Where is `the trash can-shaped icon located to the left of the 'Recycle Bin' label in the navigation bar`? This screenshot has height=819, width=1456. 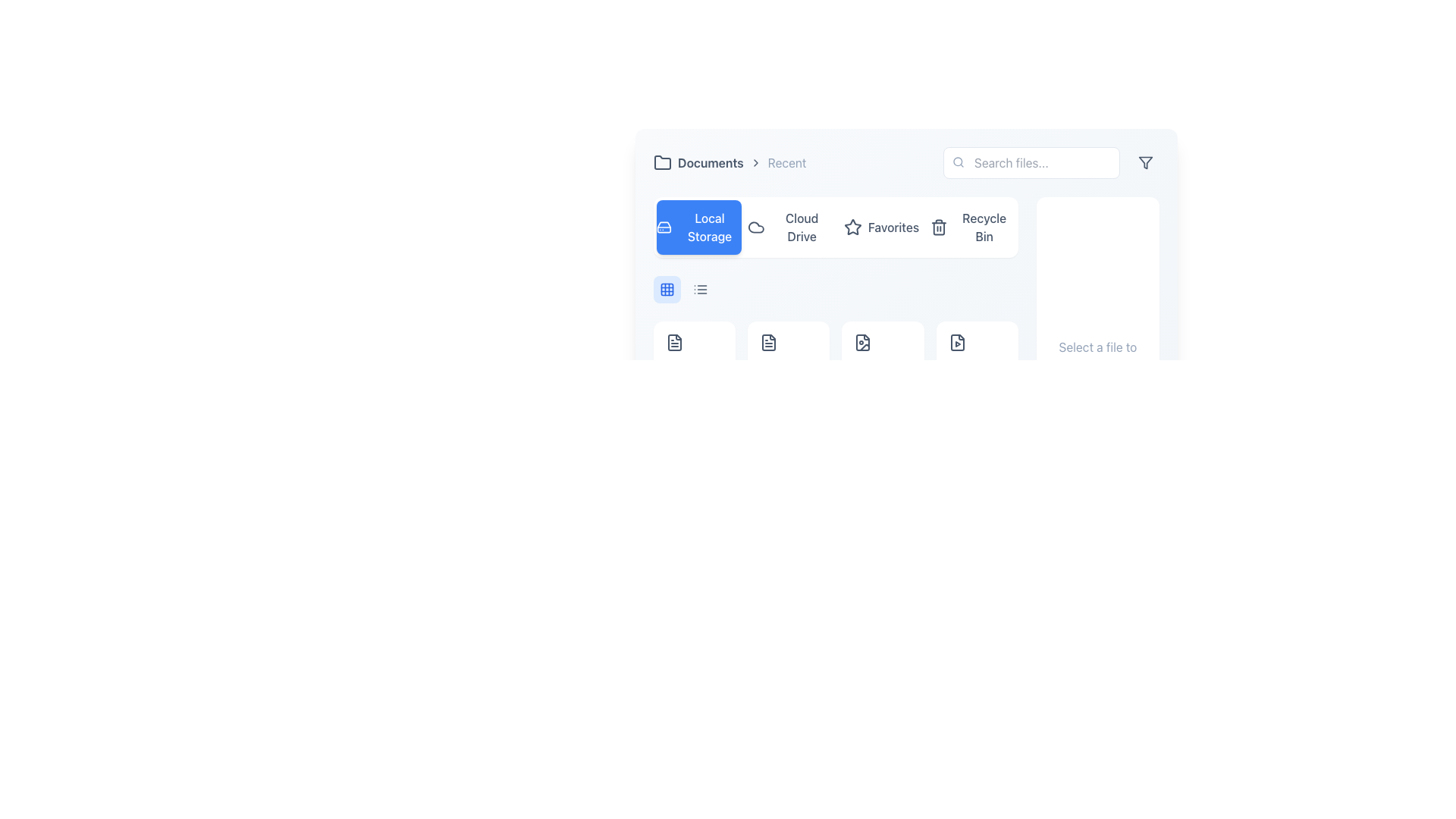 the trash can-shaped icon located to the left of the 'Recycle Bin' label in the navigation bar is located at coordinates (938, 227).